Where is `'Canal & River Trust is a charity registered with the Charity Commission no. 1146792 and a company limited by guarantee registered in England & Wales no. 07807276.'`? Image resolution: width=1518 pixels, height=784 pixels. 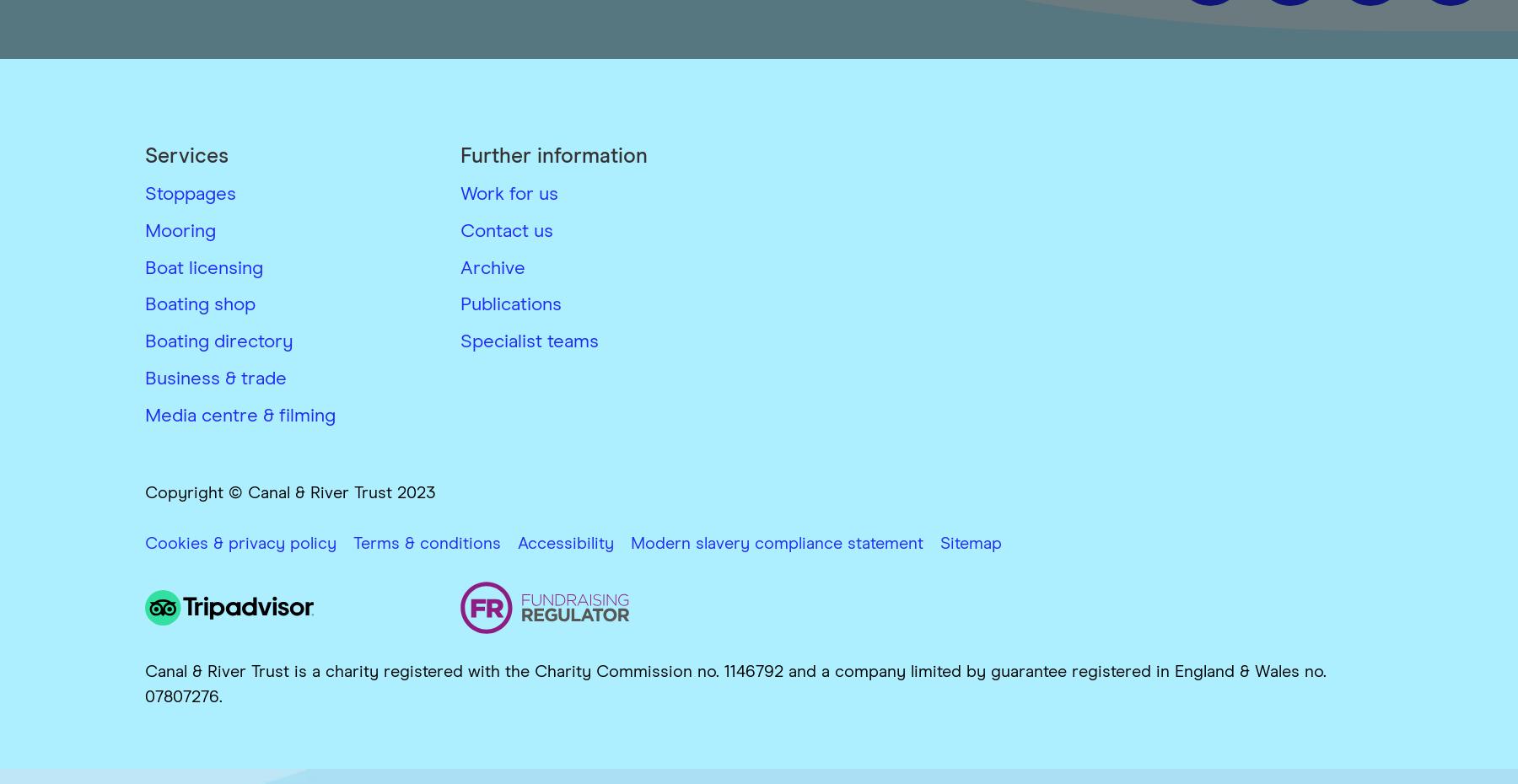 'Canal & River Trust is a charity registered with the Charity Commission no. 1146792 and a company limited by guarantee registered in England & Wales no. 07807276.' is located at coordinates (735, 682).